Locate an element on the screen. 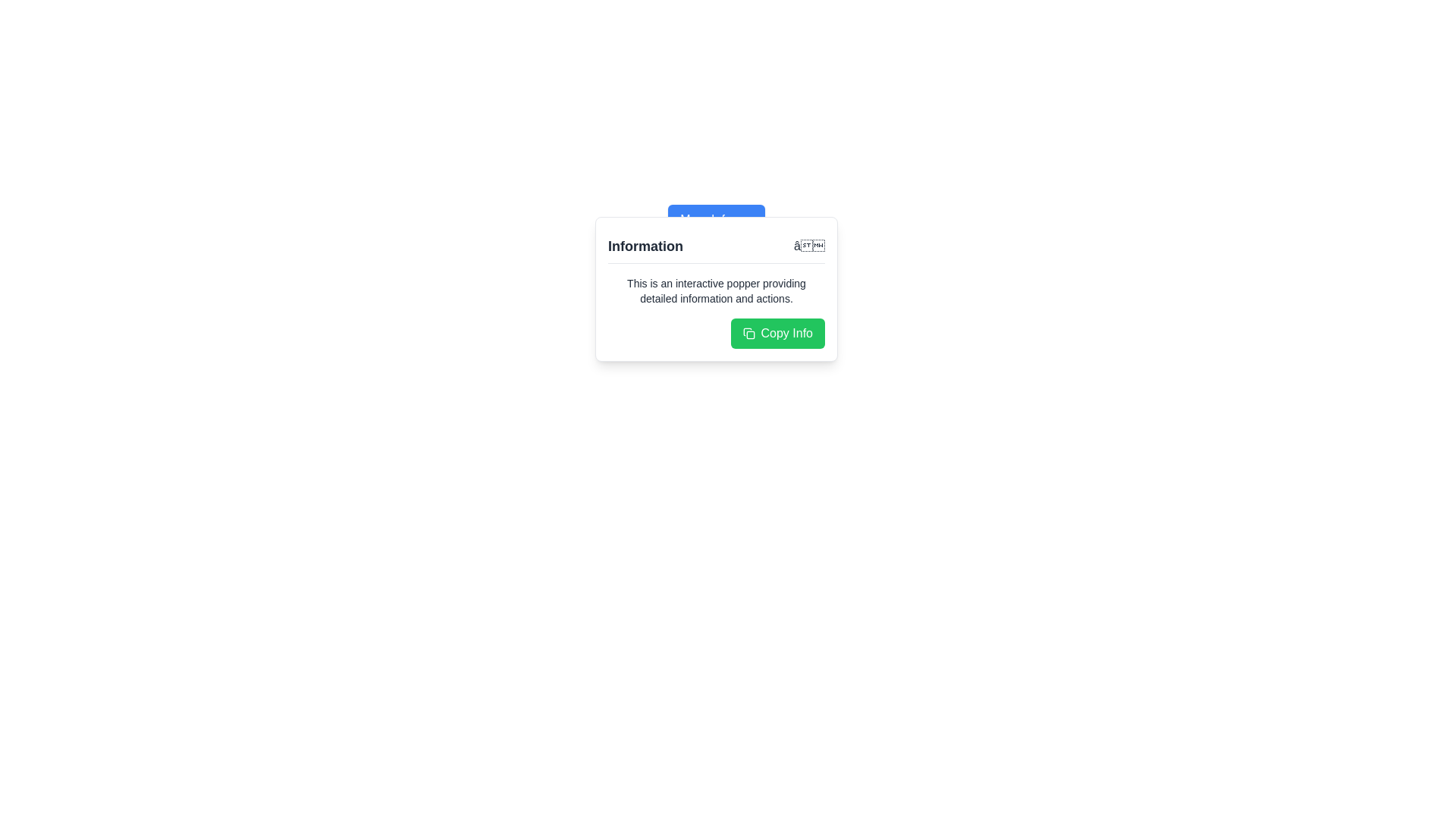  the button with a blue background and white text labeled 'More Info', which is centrally positioned above the 'Information' pop-up box is located at coordinates (716, 219).